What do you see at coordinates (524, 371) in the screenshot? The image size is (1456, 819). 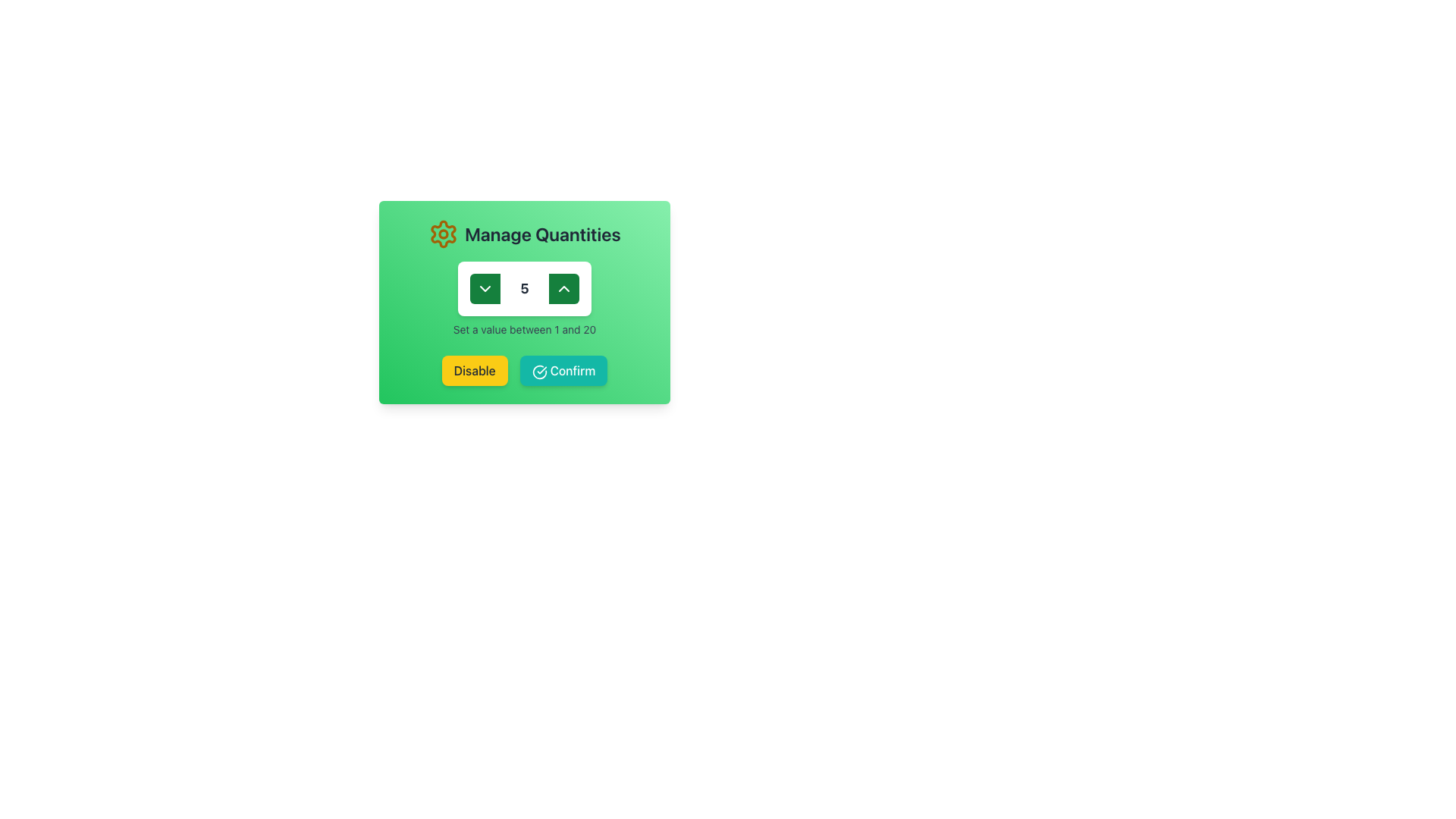 I see `the 'Confirm' button located at the bottom of the green card interface titled 'Manage Quantities', which follows a numeric input section labeled 'Set a value between 1 and 20'` at bounding box center [524, 371].